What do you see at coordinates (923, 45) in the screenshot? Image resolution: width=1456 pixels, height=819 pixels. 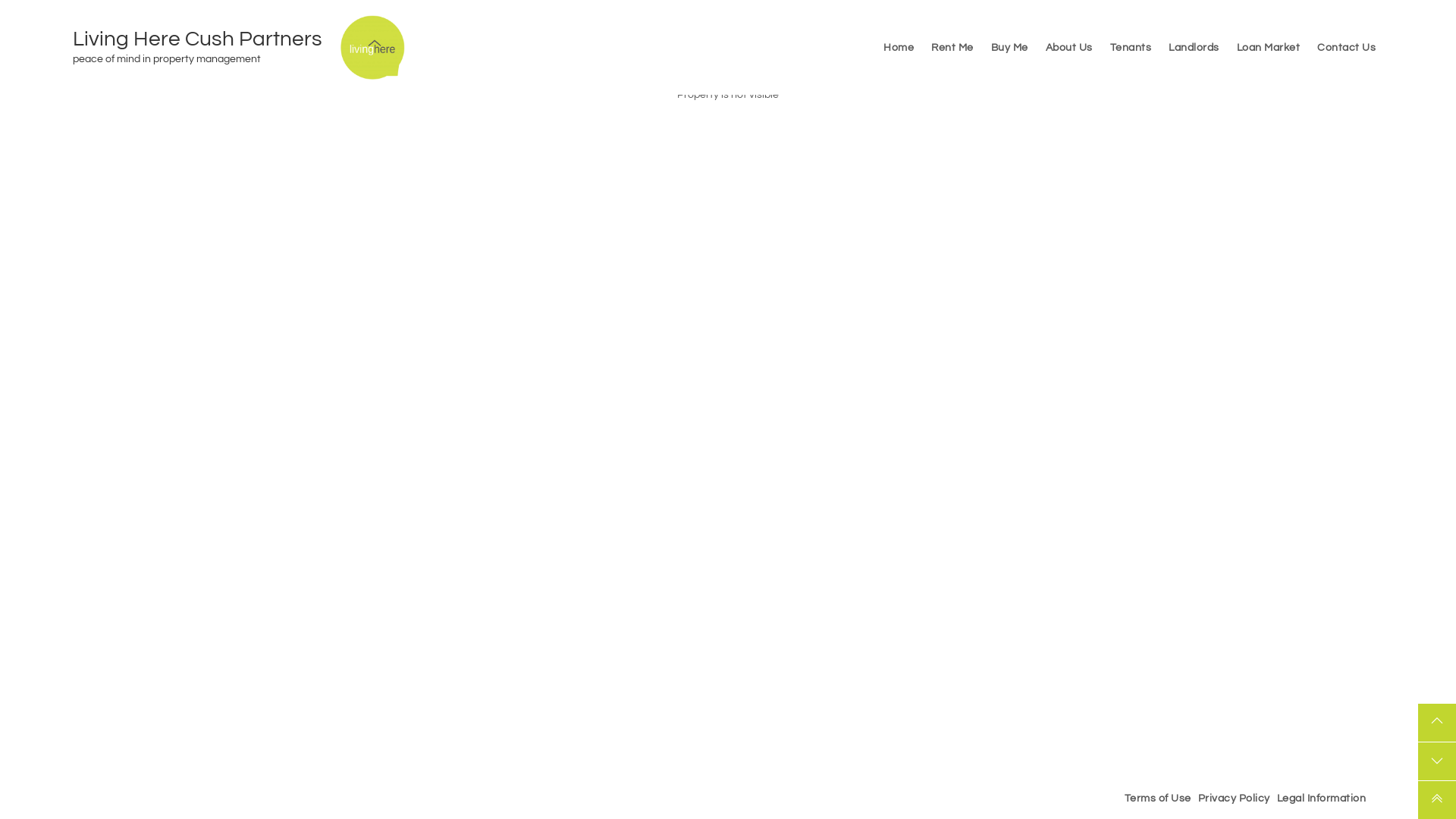 I see `'Rent Me'` at bounding box center [923, 45].